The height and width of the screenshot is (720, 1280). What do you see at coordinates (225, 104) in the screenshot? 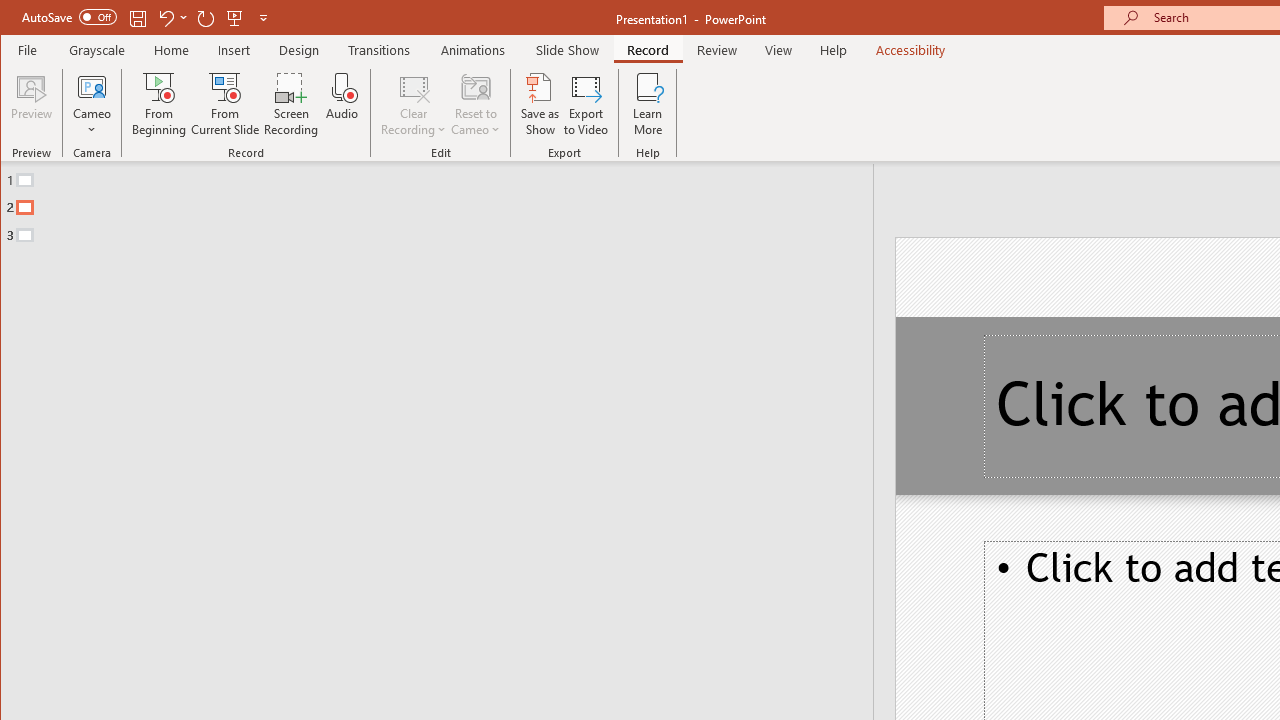
I see `'From Current Slide...'` at bounding box center [225, 104].